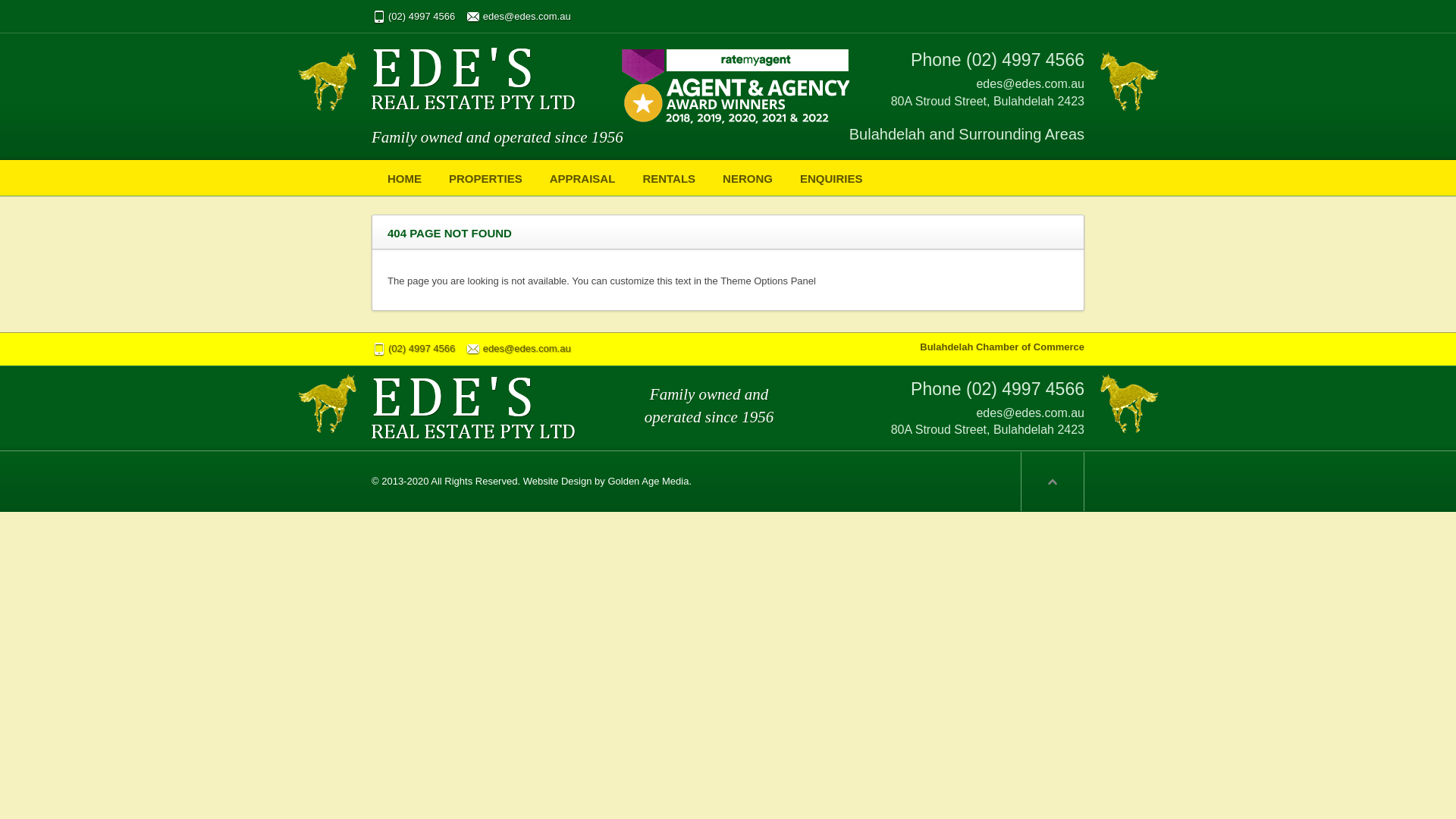 This screenshot has height=819, width=1456. What do you see at coordinates (910, 58) in the screenshot?
I see `'Phone (02) 4997 4566'` at bounding box center [910, 58].